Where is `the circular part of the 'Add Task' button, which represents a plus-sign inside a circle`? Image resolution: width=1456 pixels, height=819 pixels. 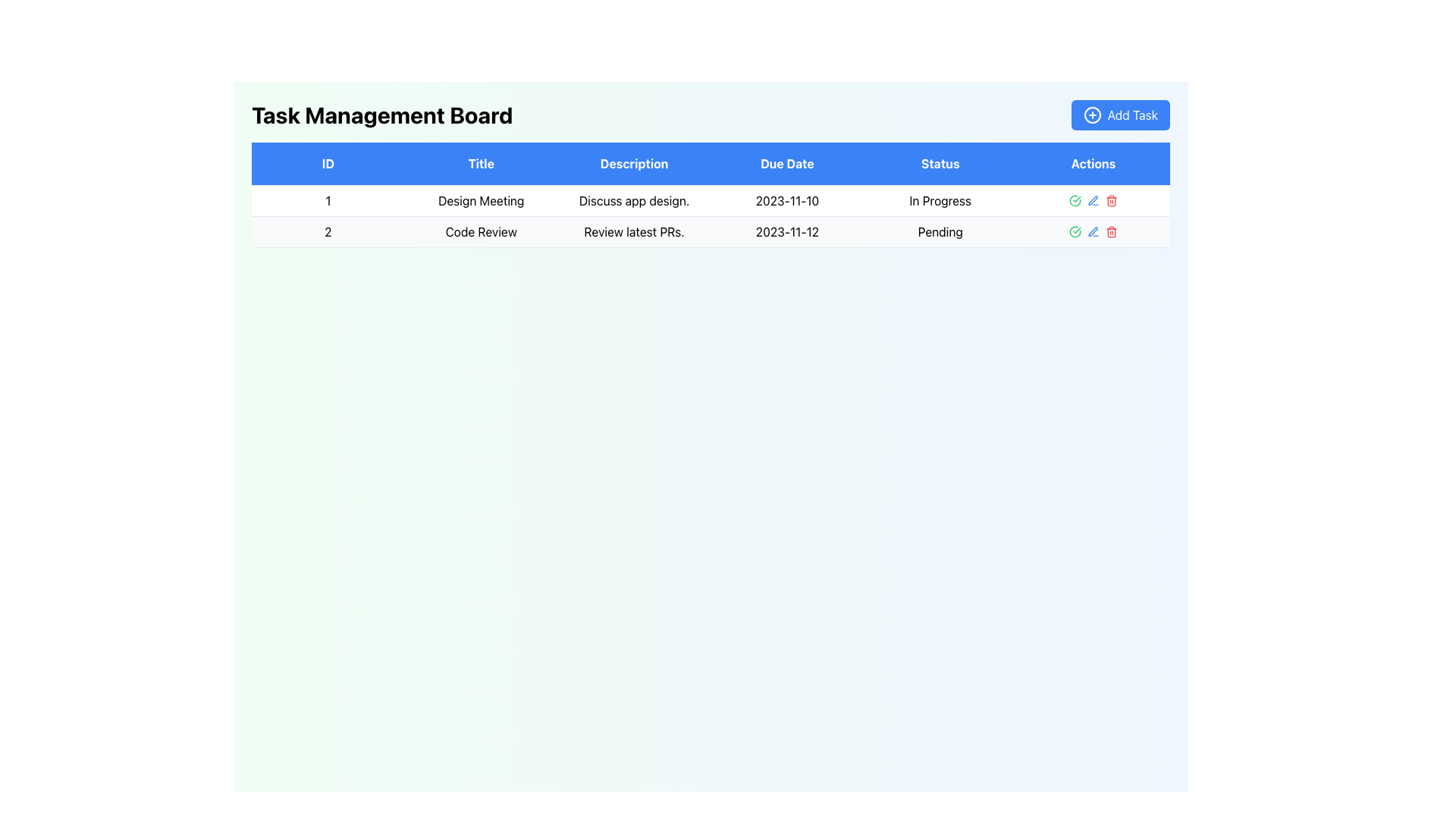 the circular part of the 'Add Task' button, which represents a plus-sign inside a circle is located at coordinates (1092, 114).